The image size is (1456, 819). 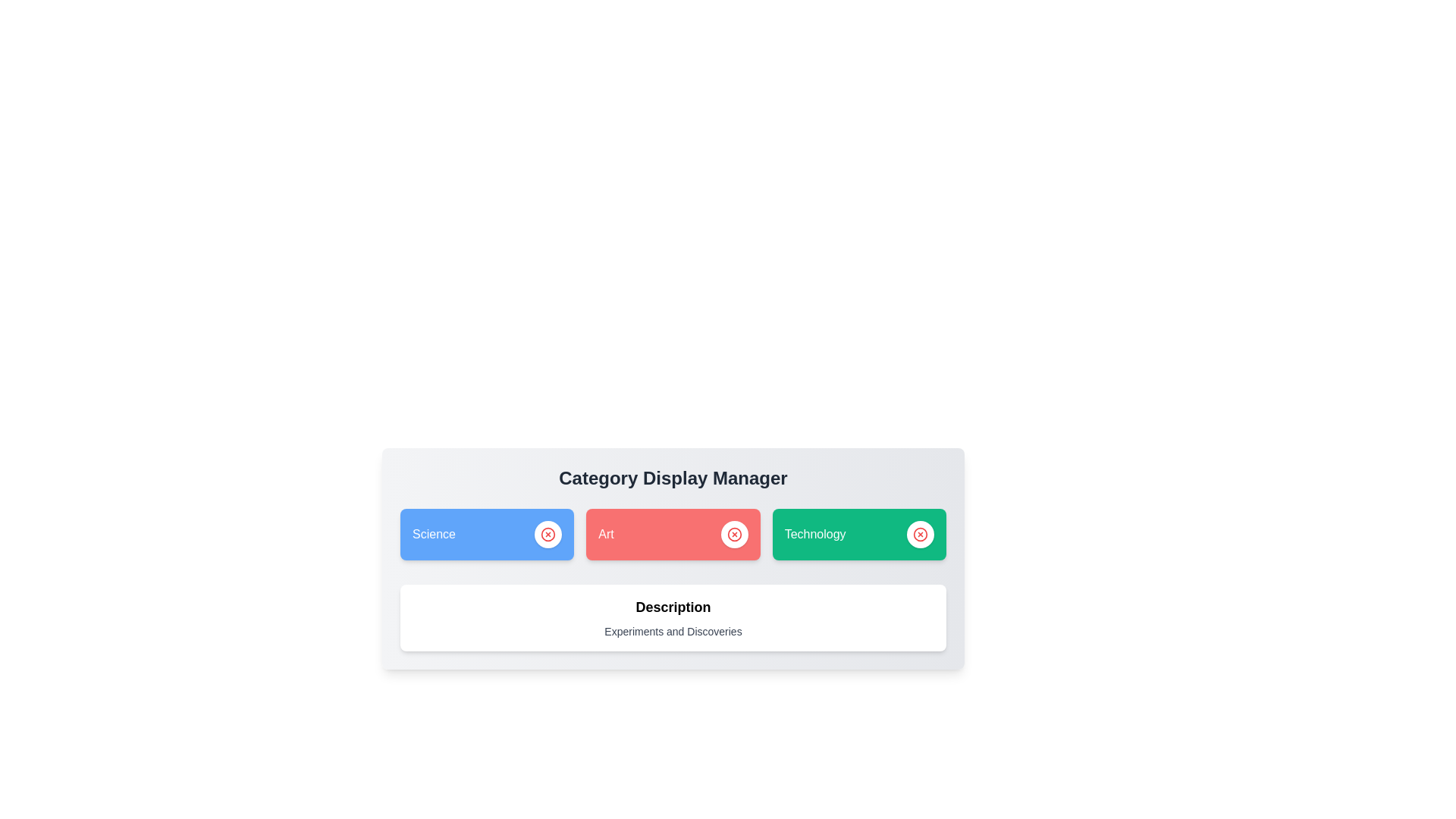 What do you see at coordinates (920, 534) in the screenshot?
I see `the delete button for the category Technology` at bounding box center [920, 534].